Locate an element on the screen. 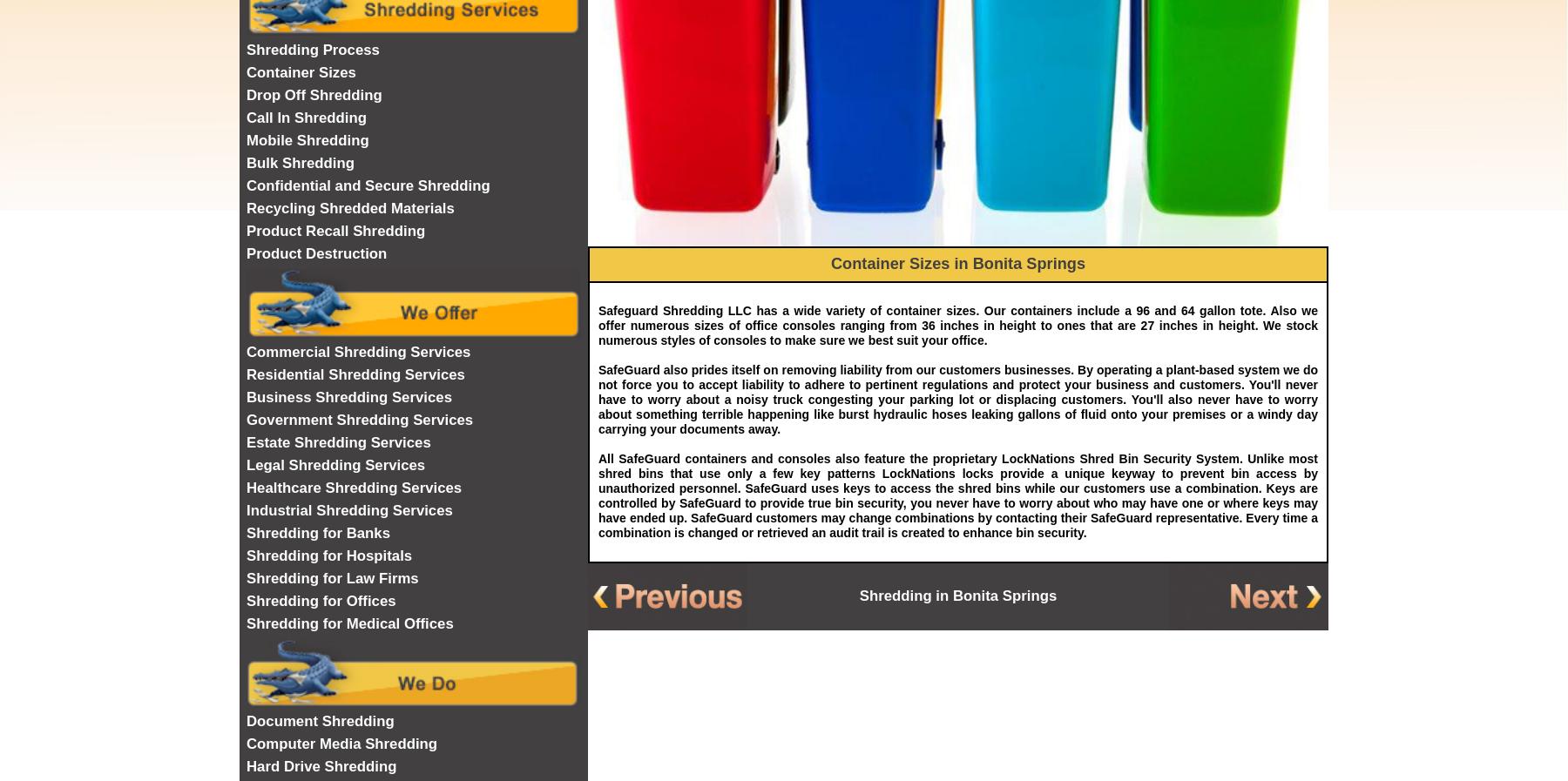  'Shredding for Banks' is located at coordinates (318, 532).